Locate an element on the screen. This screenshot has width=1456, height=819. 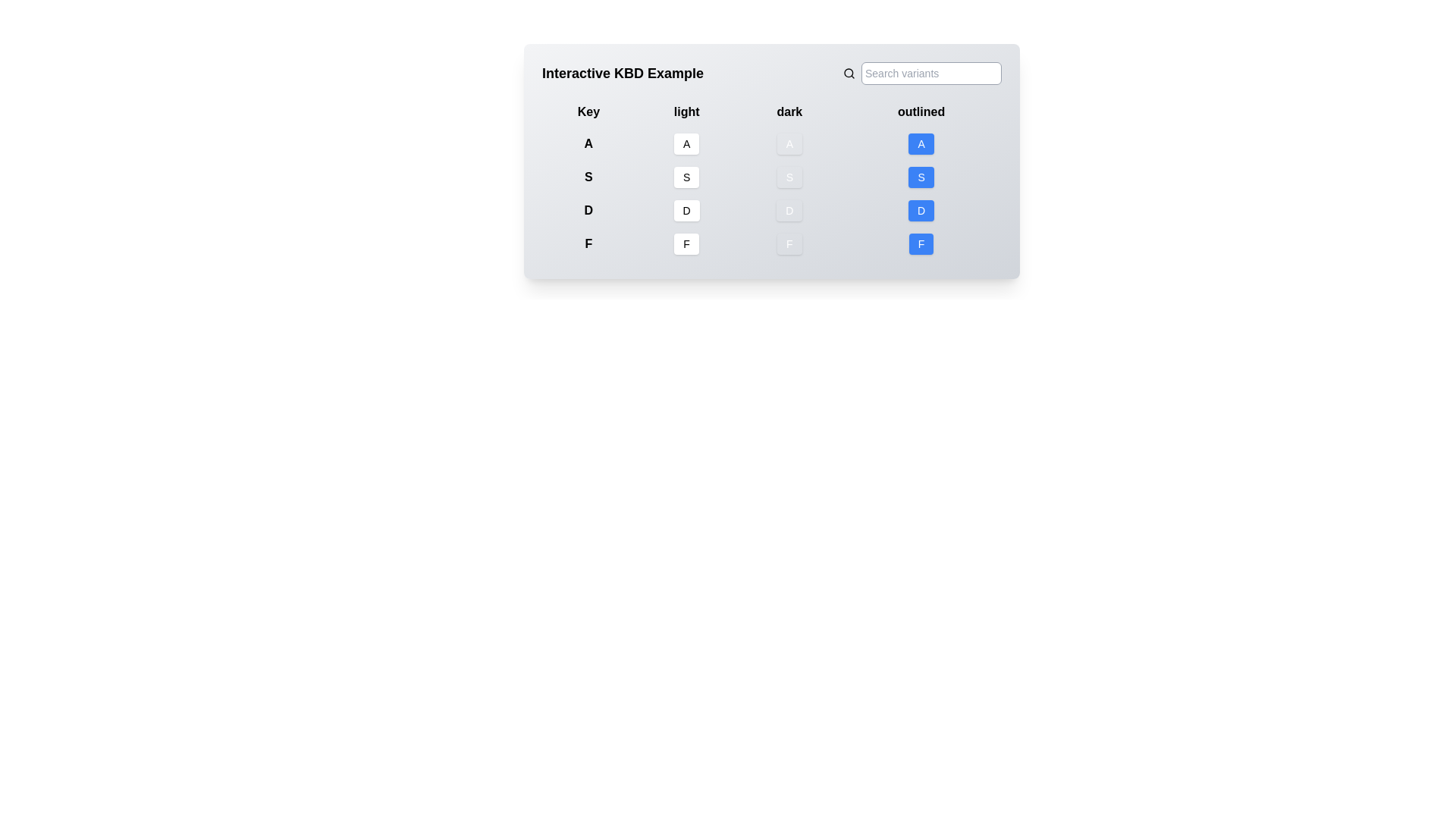
the 'A' key button in the outlined column of the interactive keyboard layout, located in the first row is located at coordinates (921, 143).